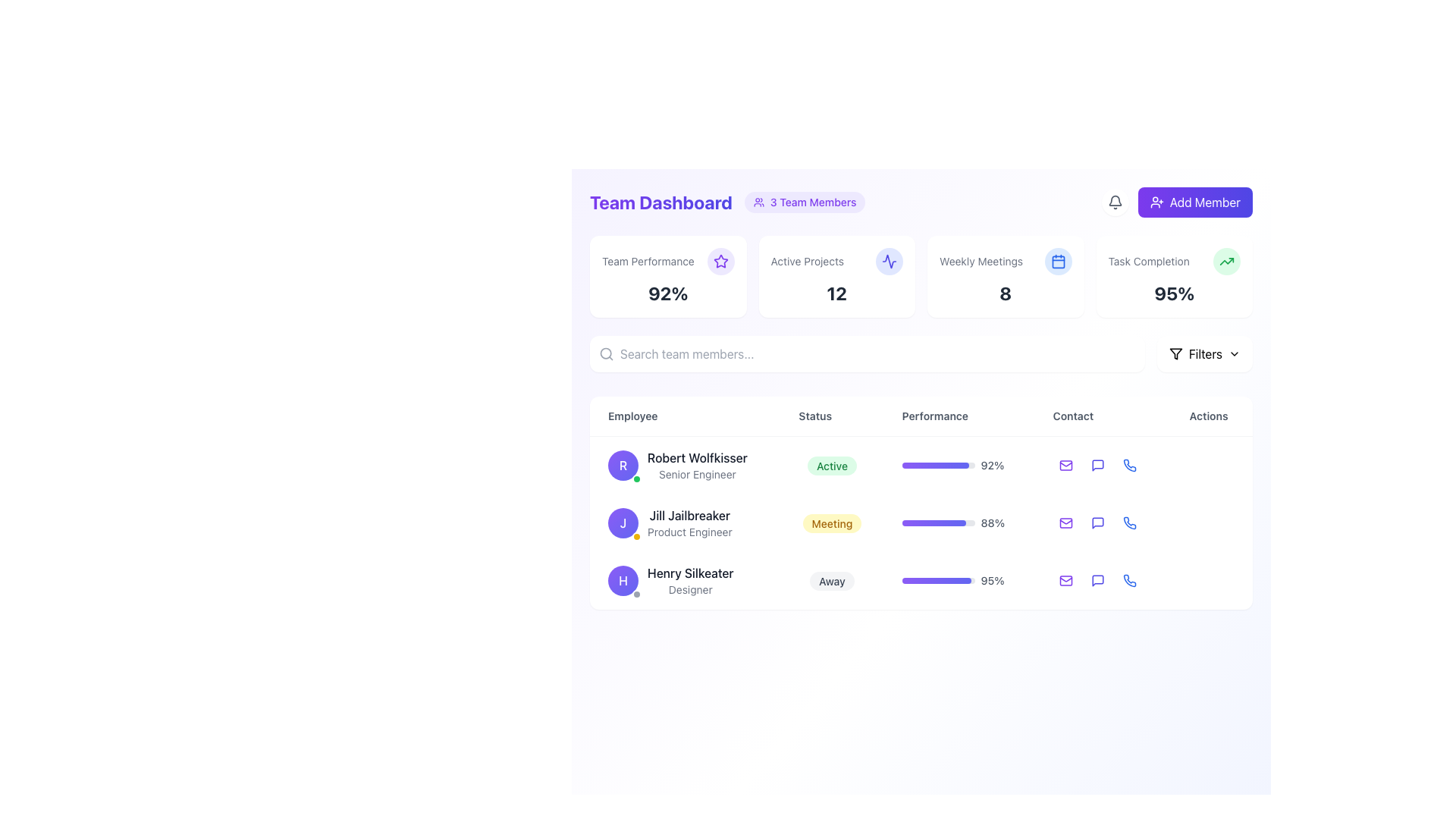  What do you see at coordinates (1065, 464) in the screenshot?
I see `the mail envelope icon's body represented by the SVG rectangle graphic in the 'Contact' column for 'Robert Wolfkisser.'` at bounding box center [1065, 464].